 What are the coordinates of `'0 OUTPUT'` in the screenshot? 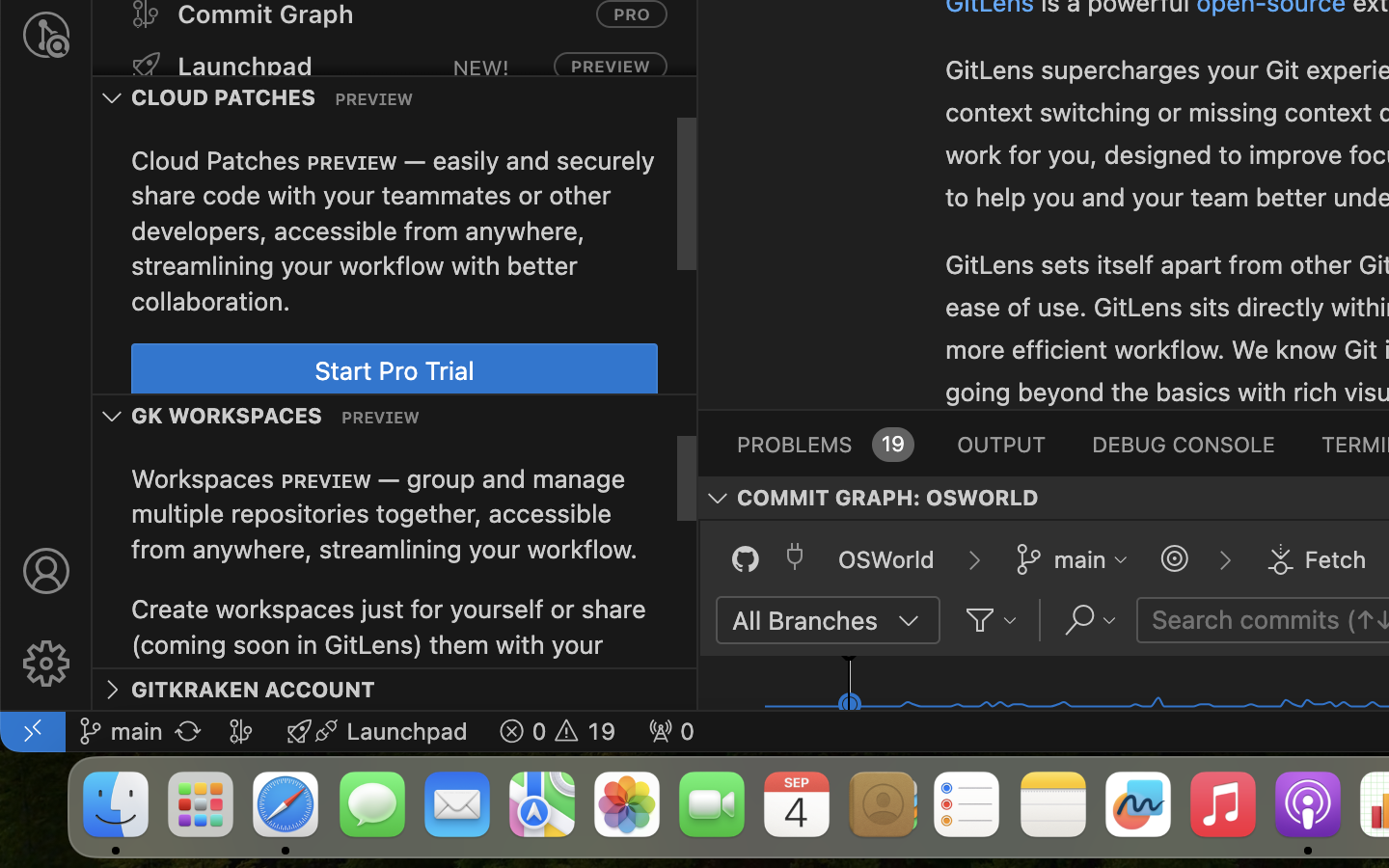 It's located at (1001, 442).